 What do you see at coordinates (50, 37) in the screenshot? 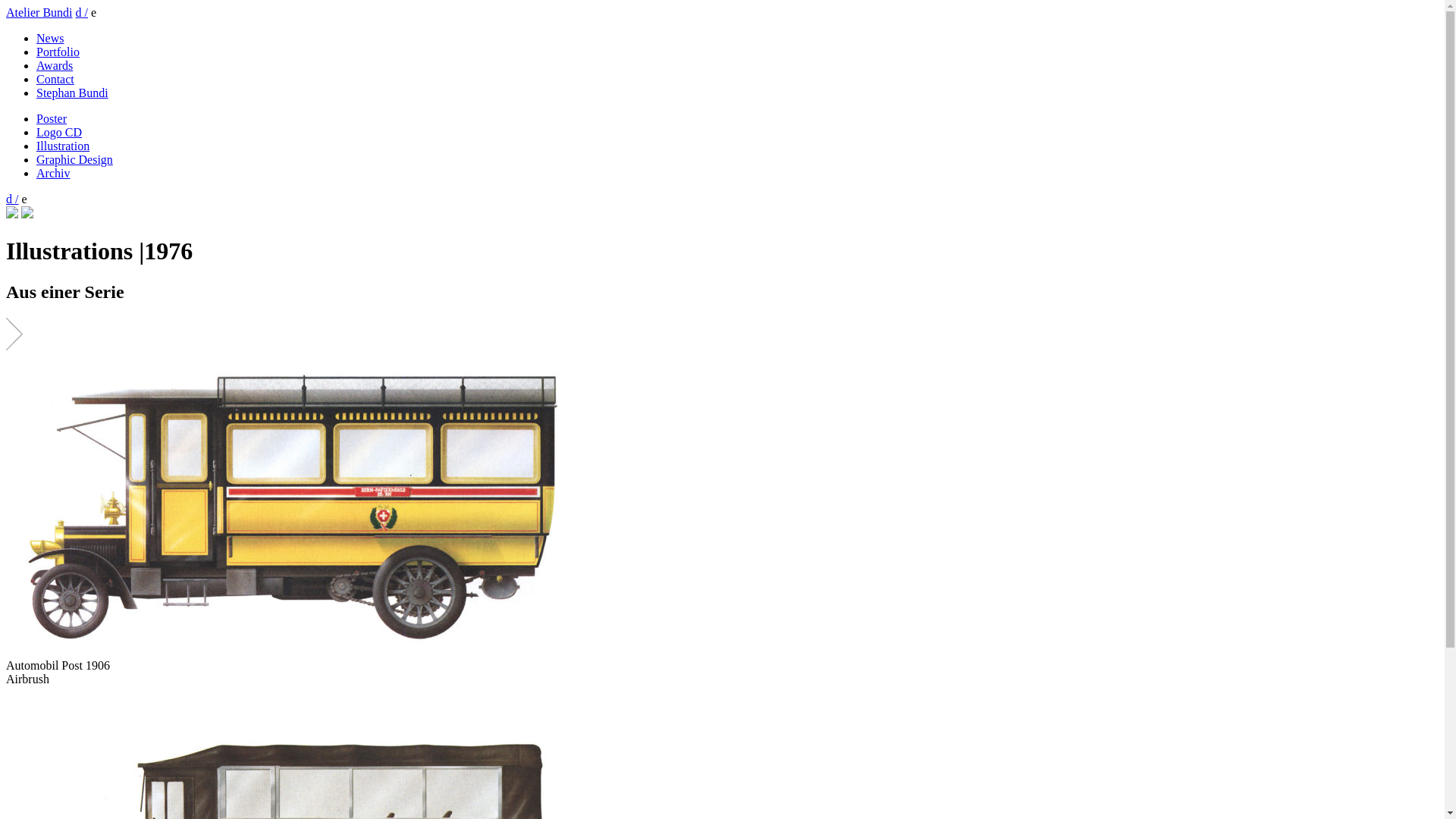
I see `'News'` at bounding box center [50, 37].